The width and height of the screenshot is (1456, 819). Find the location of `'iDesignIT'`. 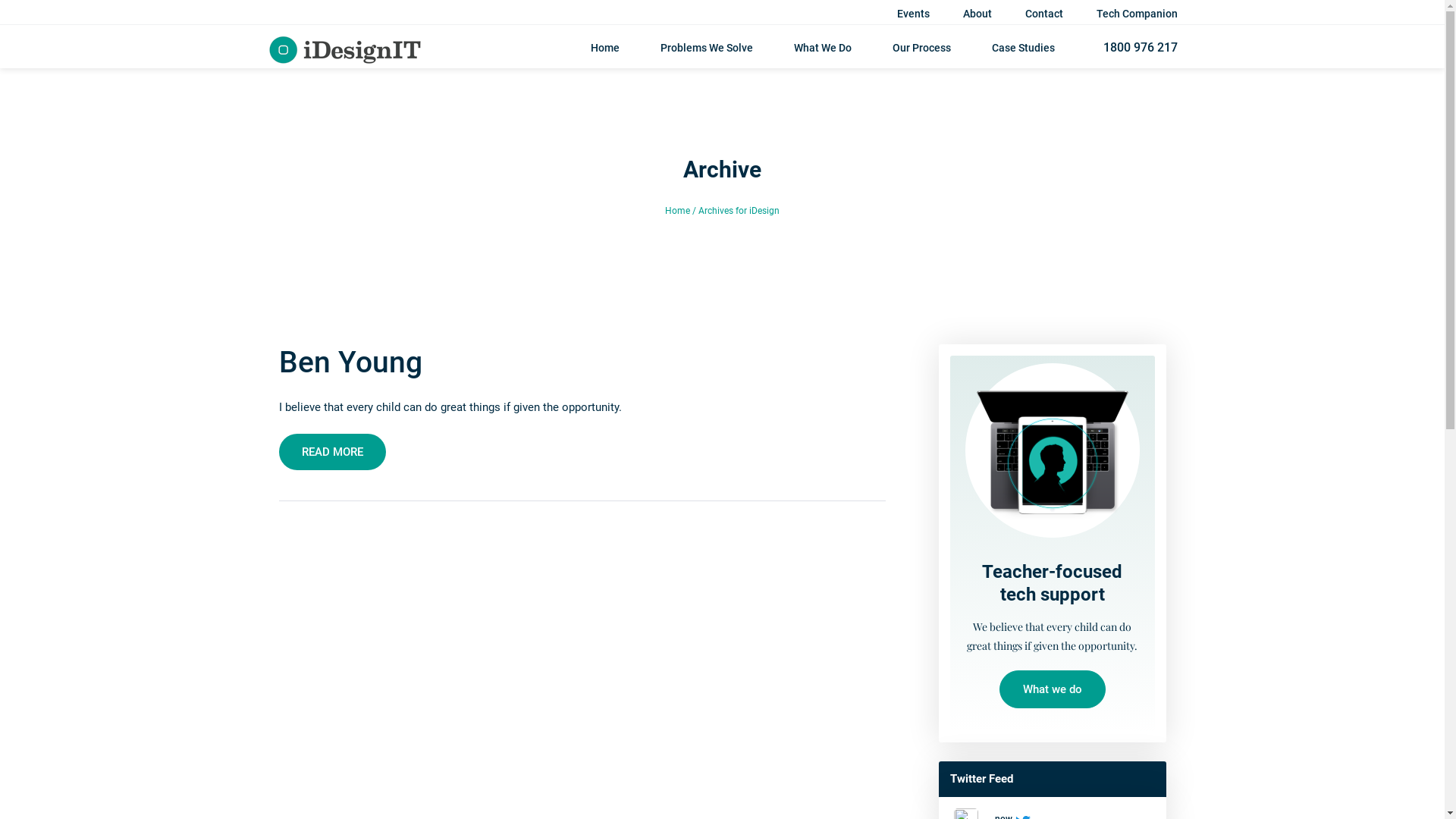

'iDesignIT' is located at coordinates (345, 46).